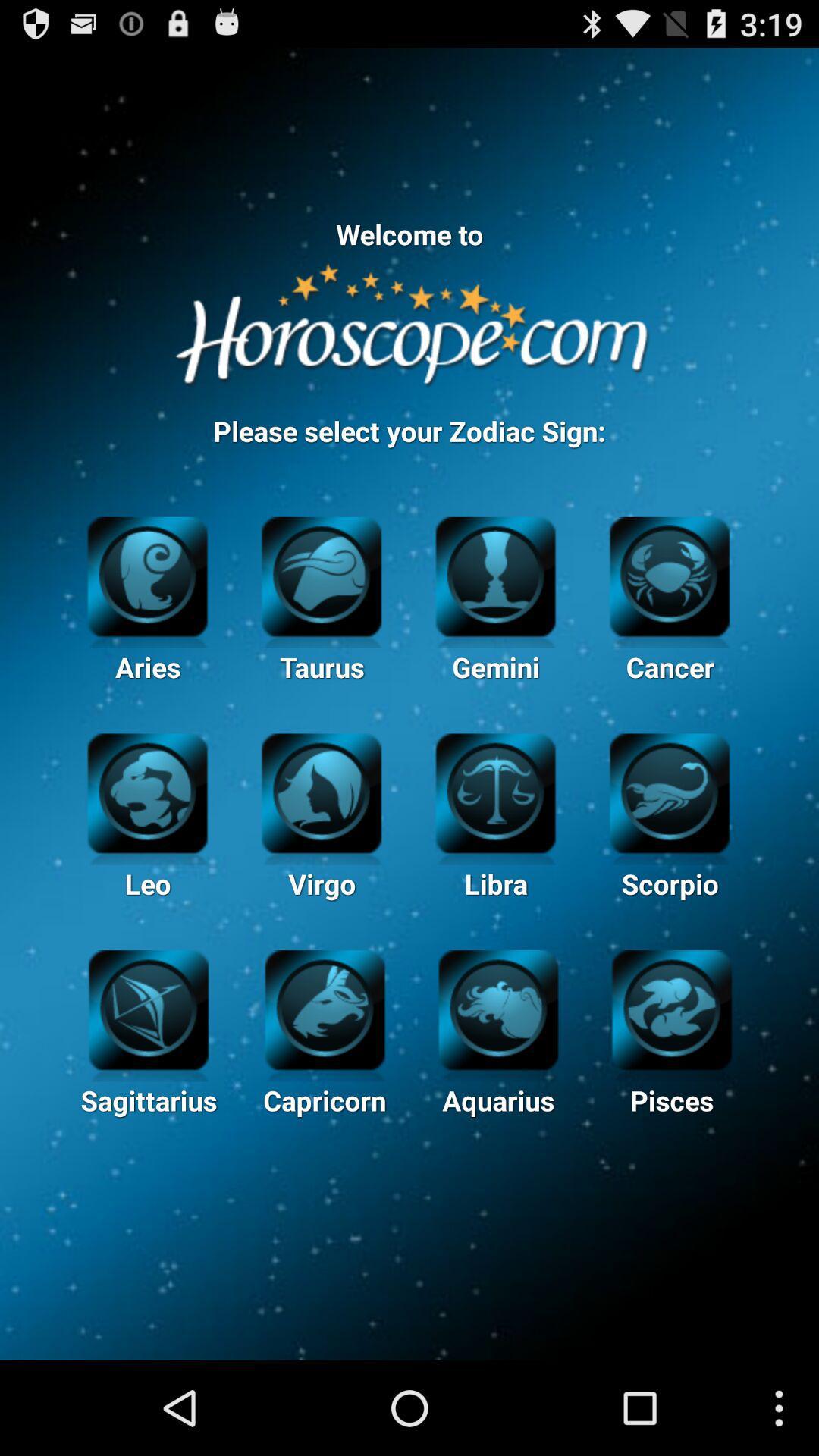 Image resolution: width=819 pixels, height=1456 pixels. What do you see at coordinates (671, 1008) in the screenshot?
I see `show the details` at bounding box center [671, 1008].